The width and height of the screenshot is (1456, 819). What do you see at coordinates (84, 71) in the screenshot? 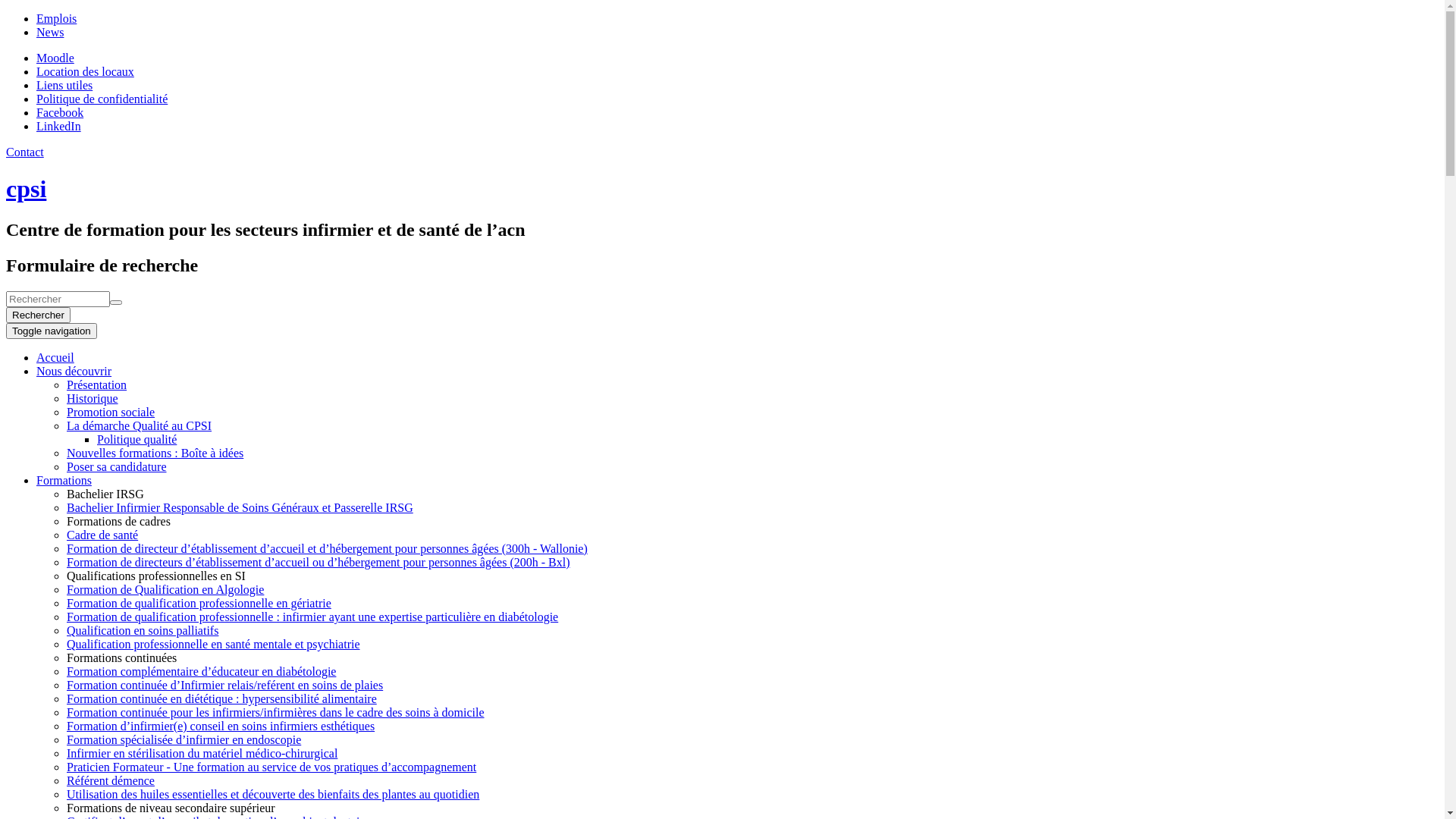
I see `'Location des locaux'` at bounding box center [84, 71].